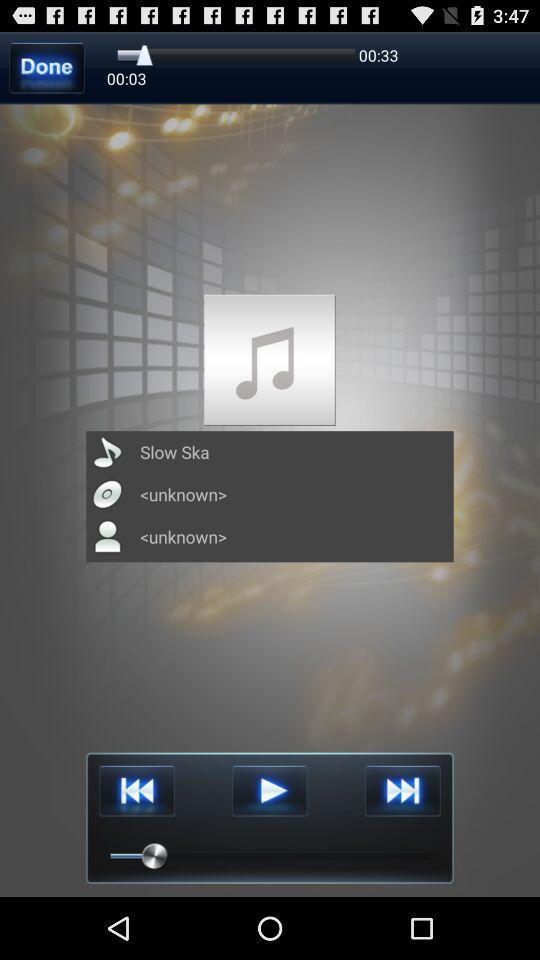 The image size is (540, 960). What do you see at coordinates (269, 791) in the screenshot?
I see `play` at bounding box center [269, 791].